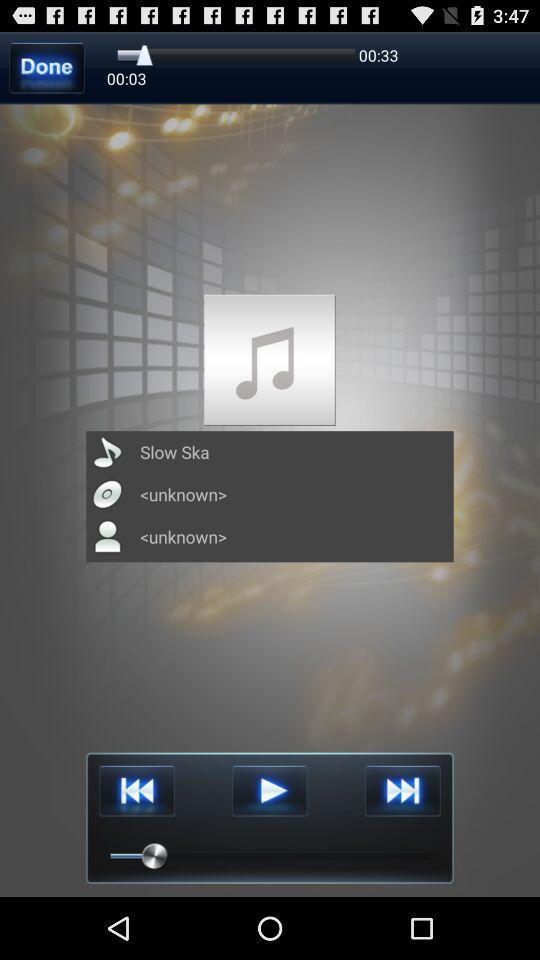 The image size is (540, 960). What do you see at coordinates (269, 791) in the screenshot?
I see `play` at bounding box center [269, 791].